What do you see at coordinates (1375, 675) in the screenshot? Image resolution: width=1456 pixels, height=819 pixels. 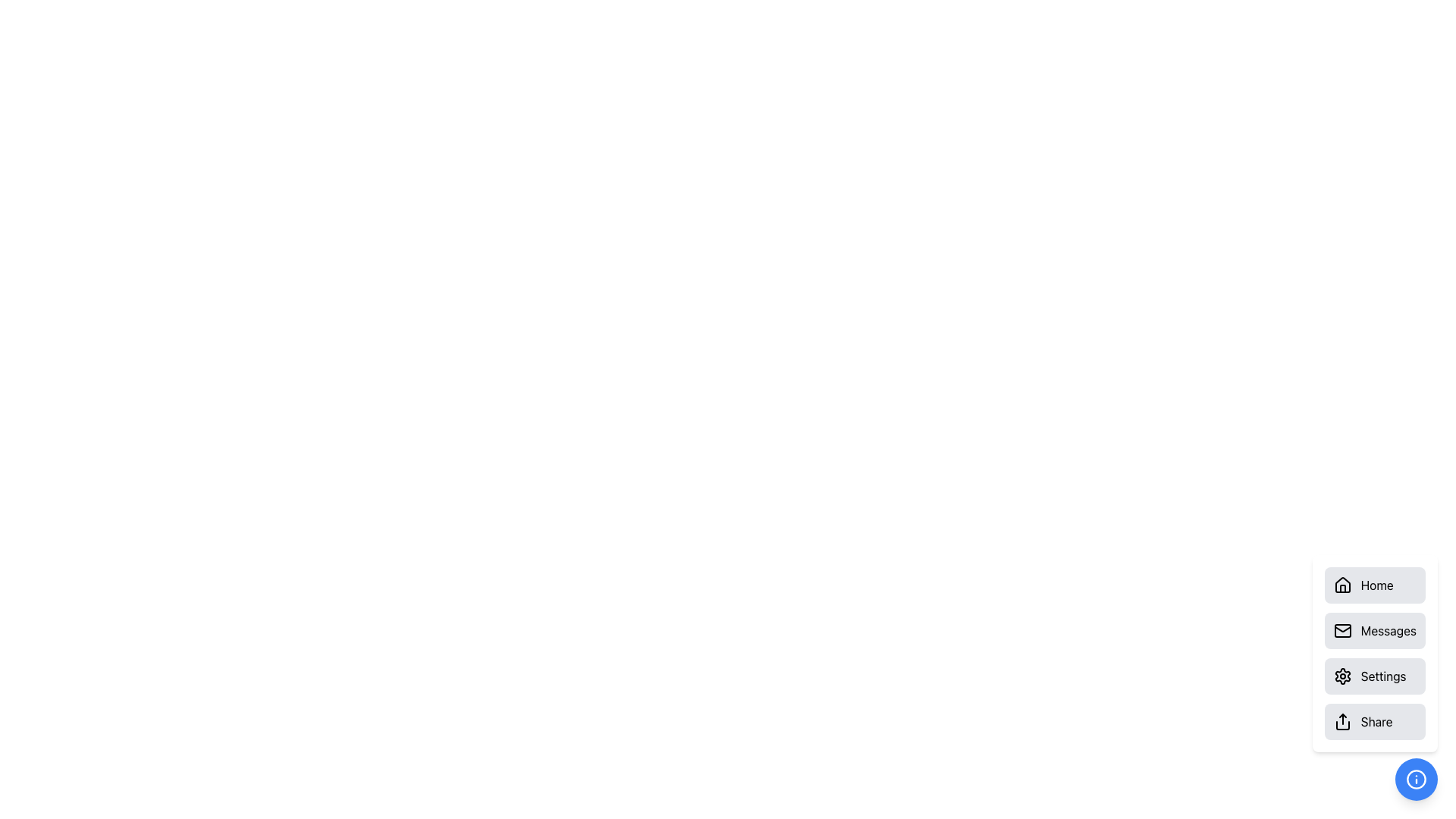 I see `the settings button, which is the third button in a vertical list located below the 'Messages' button and above the 'Share' button` at bounding box center [1375, 675].